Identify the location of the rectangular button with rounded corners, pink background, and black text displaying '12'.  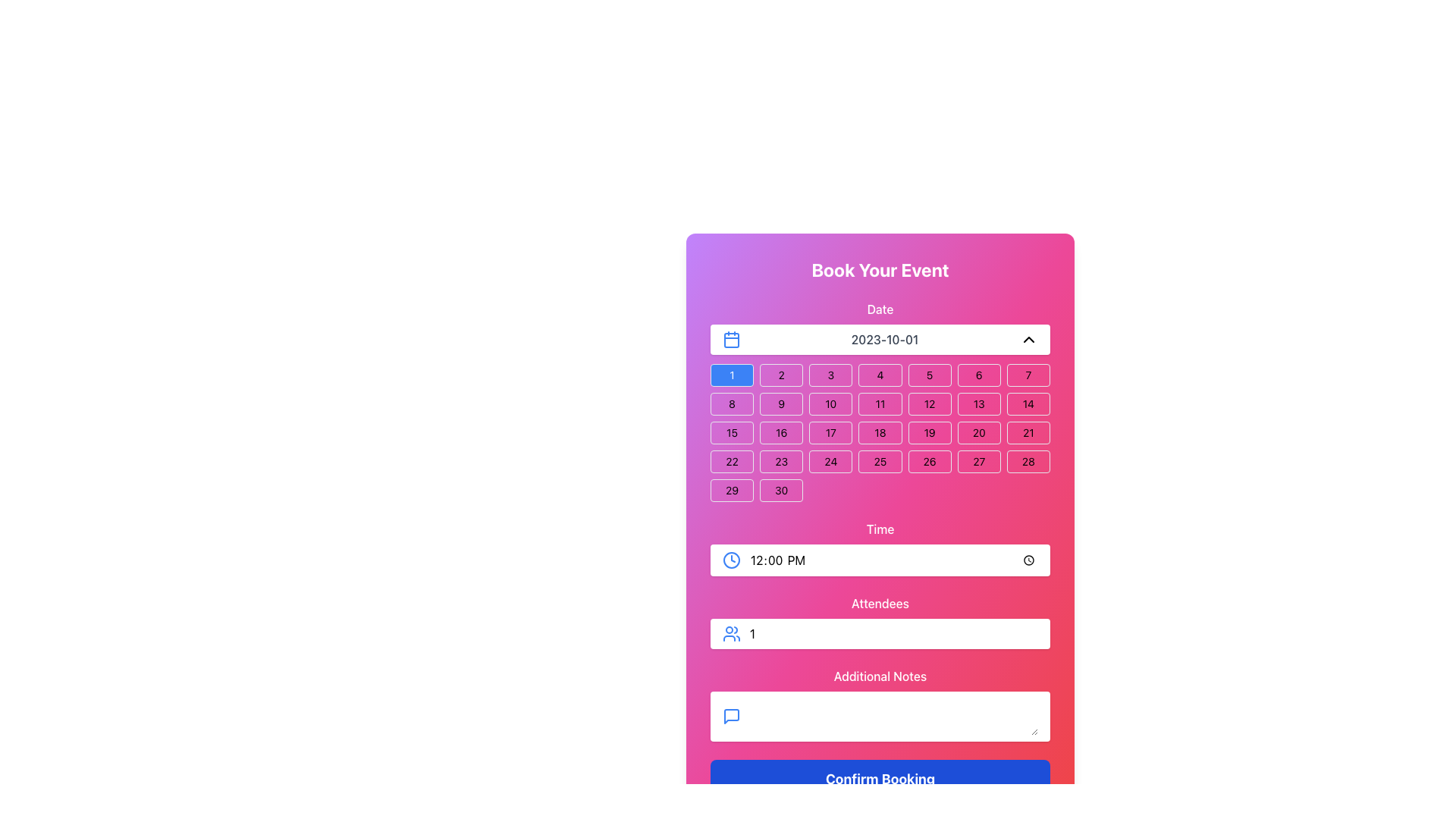
(929, 403).